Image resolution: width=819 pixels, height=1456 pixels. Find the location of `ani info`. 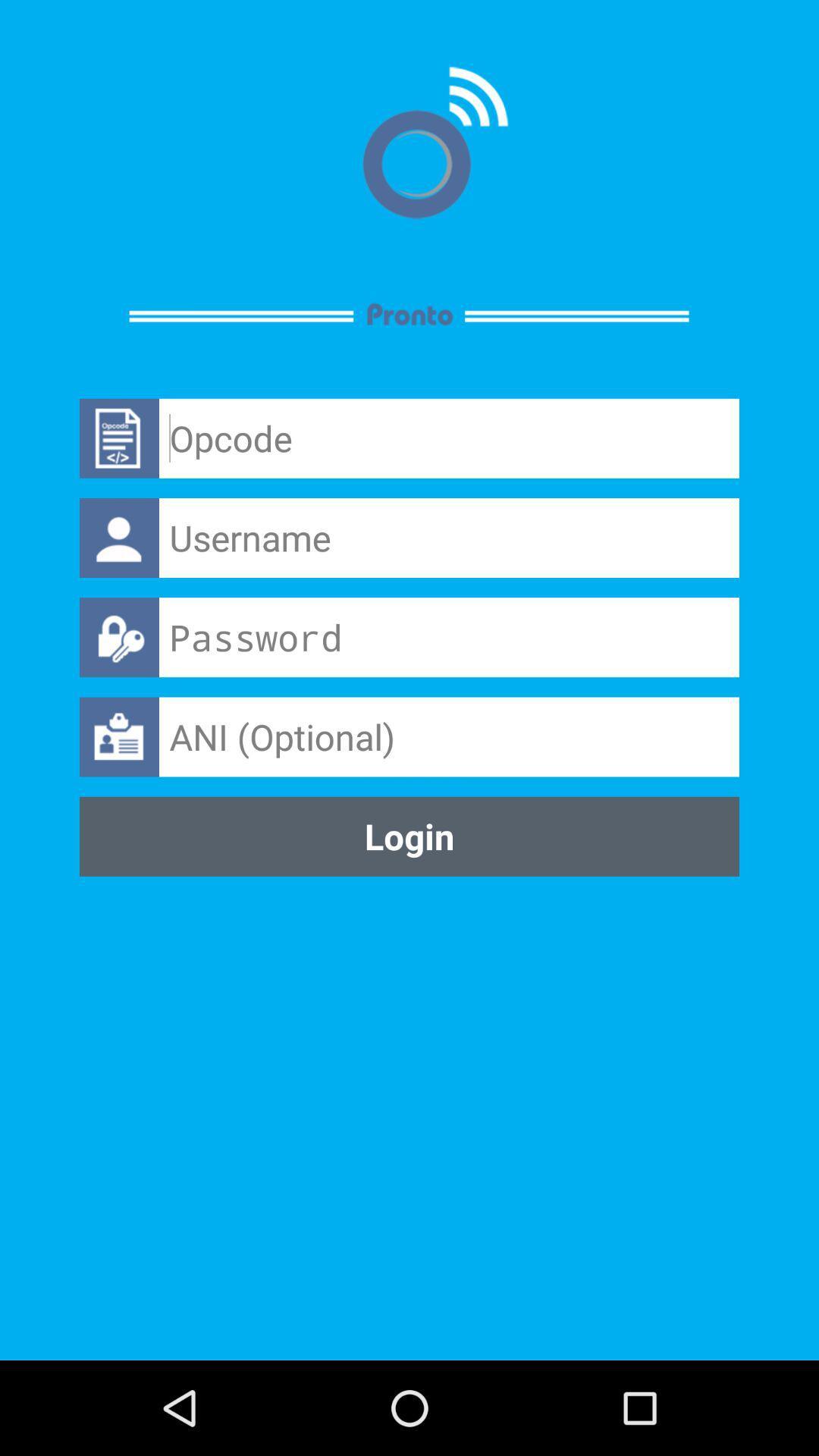

ani info is located at coordinates (448, 736).